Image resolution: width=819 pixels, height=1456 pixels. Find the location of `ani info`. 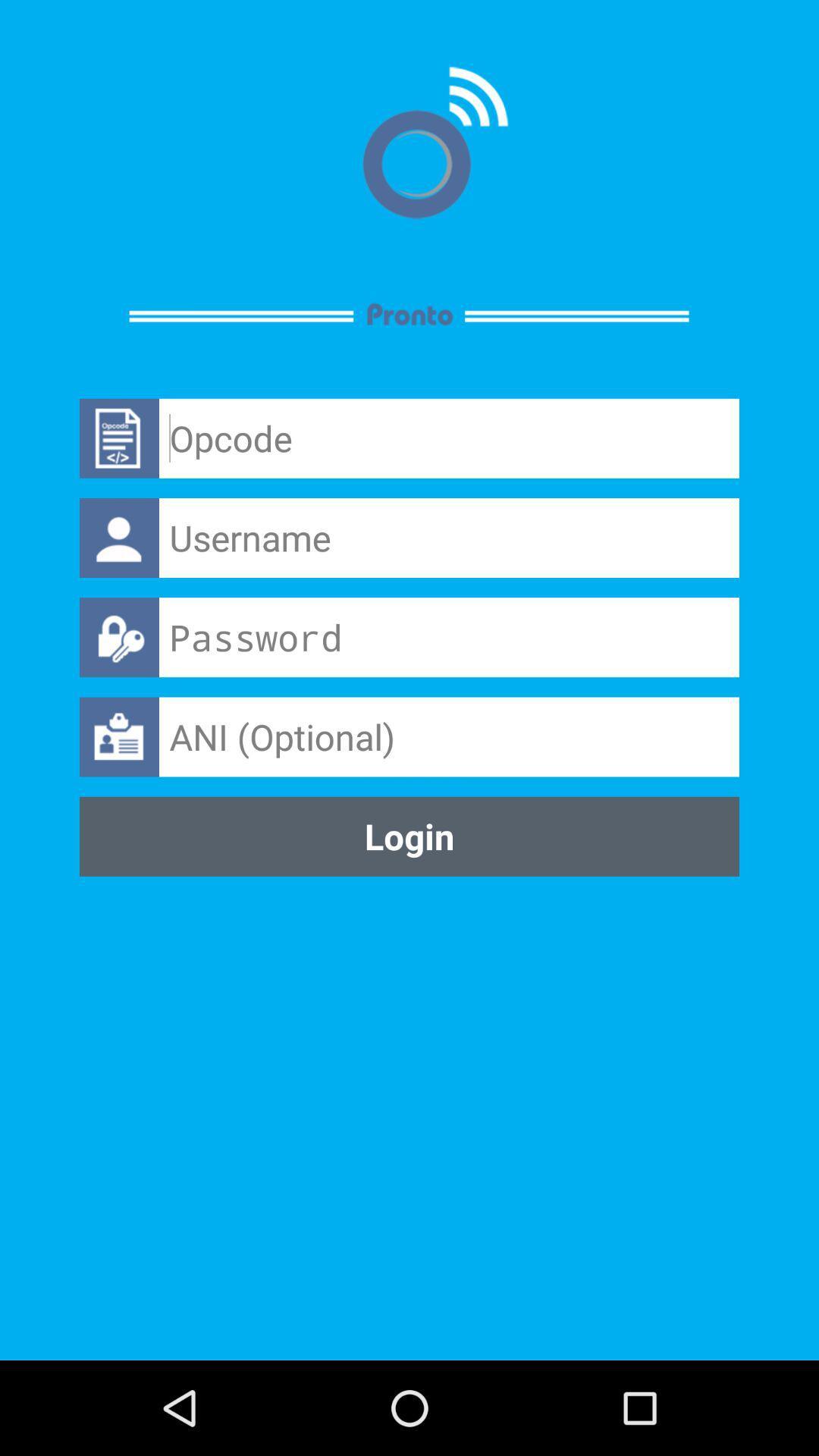

ani info is located at coordinates (448, 736).